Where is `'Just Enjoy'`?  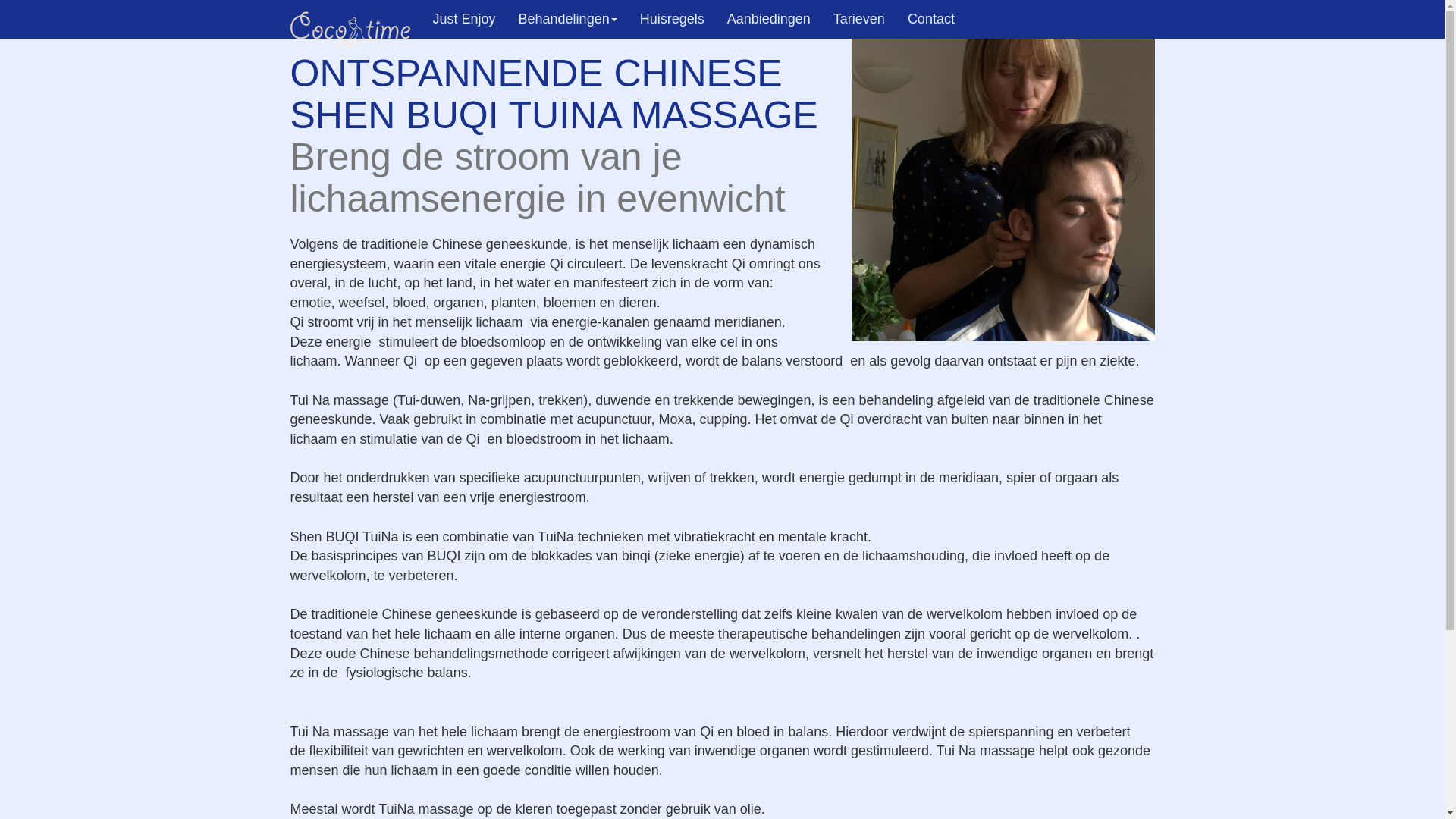
'Just Enjoy' is located at coordinates (463, 18).